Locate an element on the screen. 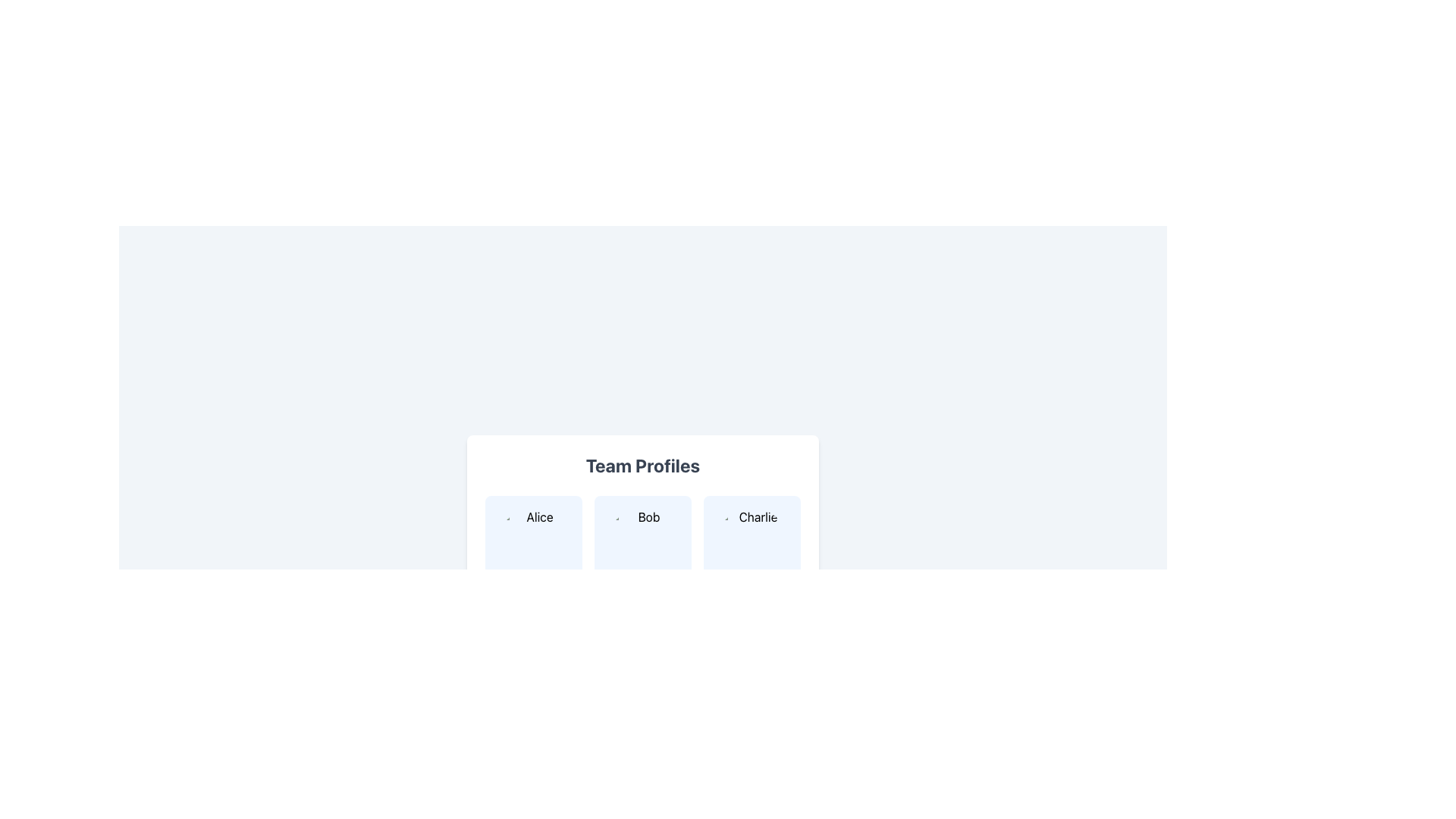 This screenshot has width=1456, height=819. the circular image with a placeholder symbol and 'alt' attribute value of 'Charlie', located at the center top position of the card labeled 'Charlie' in the third column of the 'Team Profiles' grid is located at coordinates (752, 543).